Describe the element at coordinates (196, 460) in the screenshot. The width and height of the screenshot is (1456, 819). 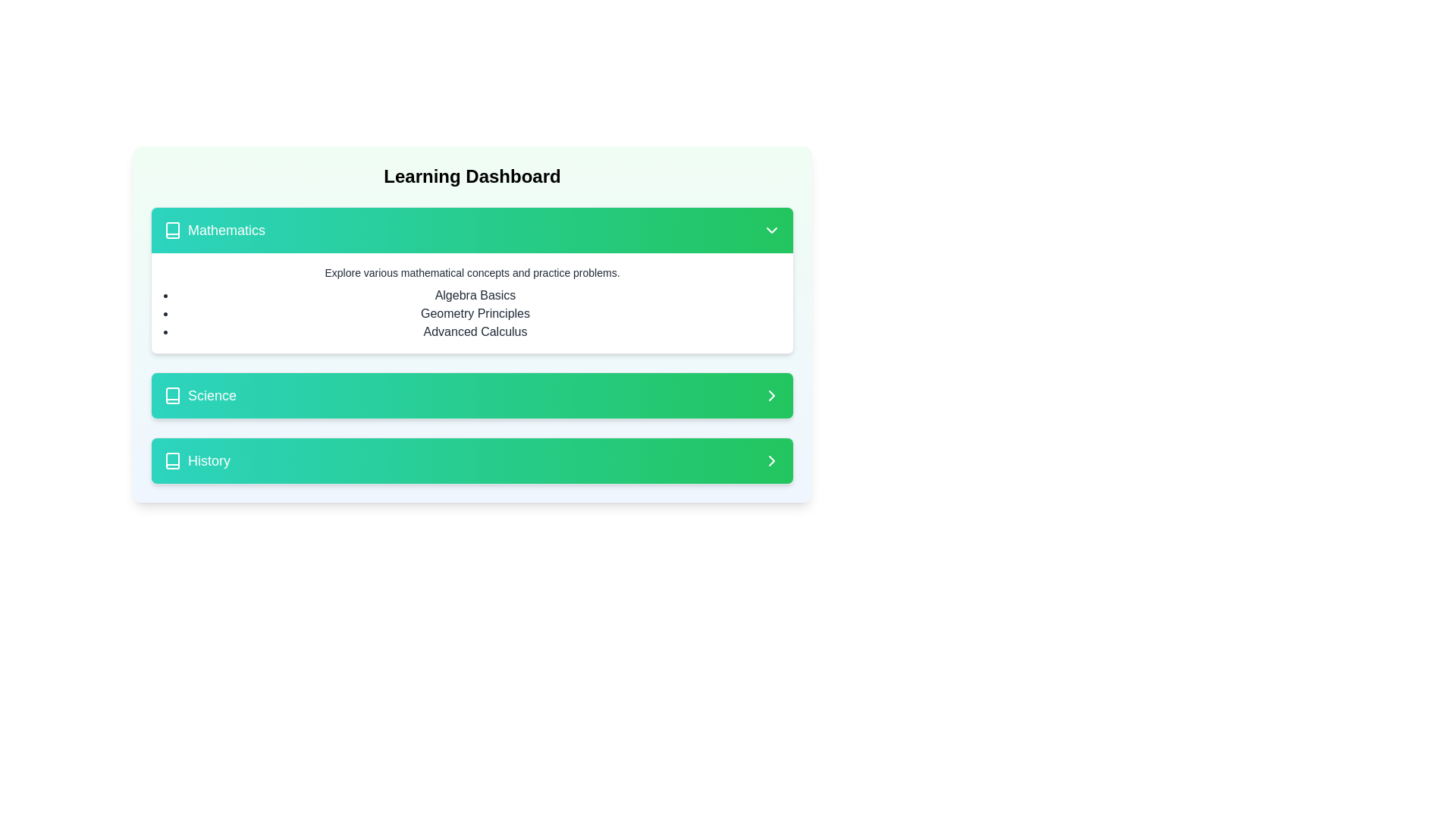
I see `the 'History' text label with an adjacent book icon, which is styled with 'text-lg font-medium' and is positioned at the bottom item of a list group` at that location.